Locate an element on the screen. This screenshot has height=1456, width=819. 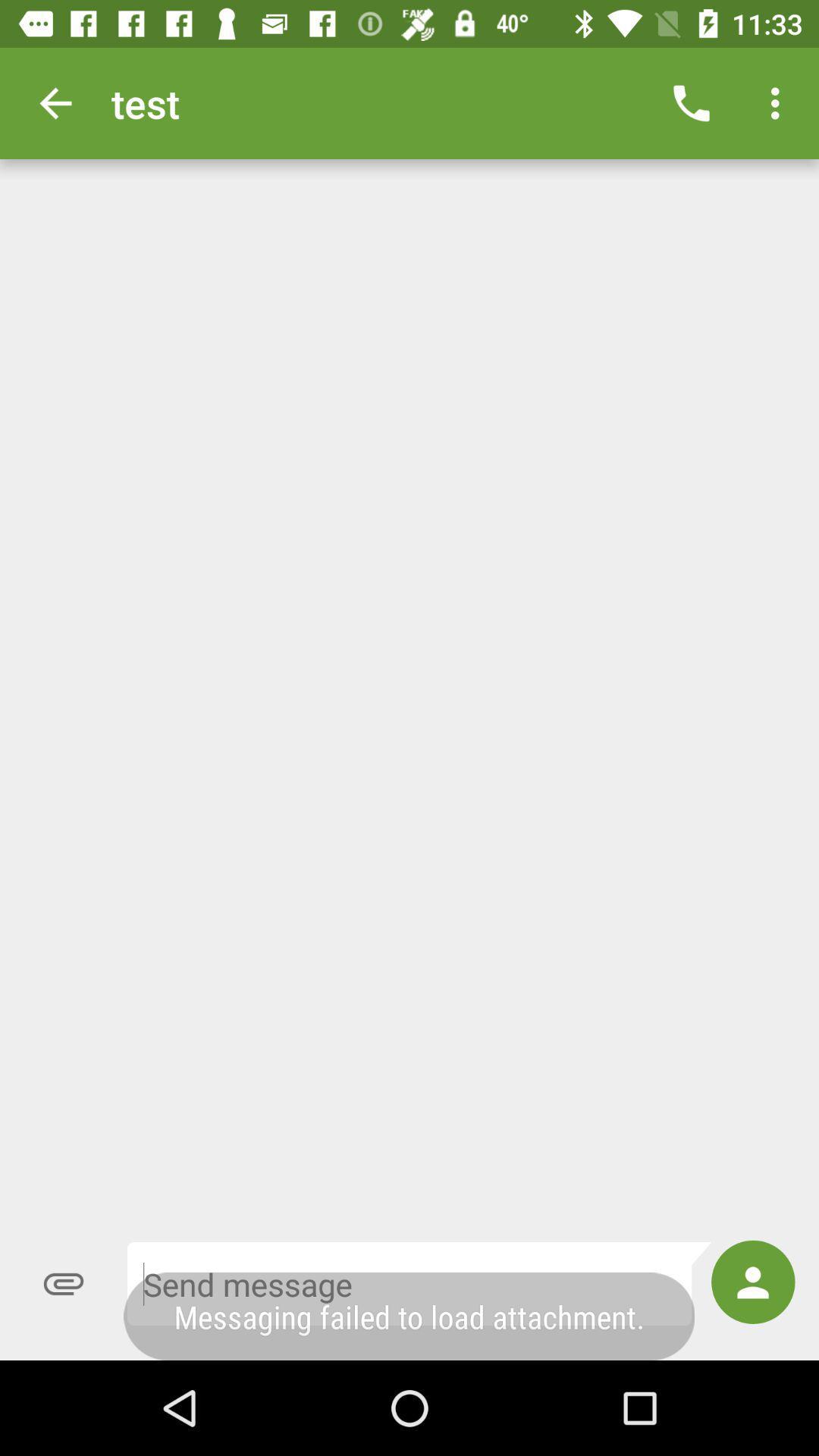
the avatar icon is located at coordinates (753, 1281).